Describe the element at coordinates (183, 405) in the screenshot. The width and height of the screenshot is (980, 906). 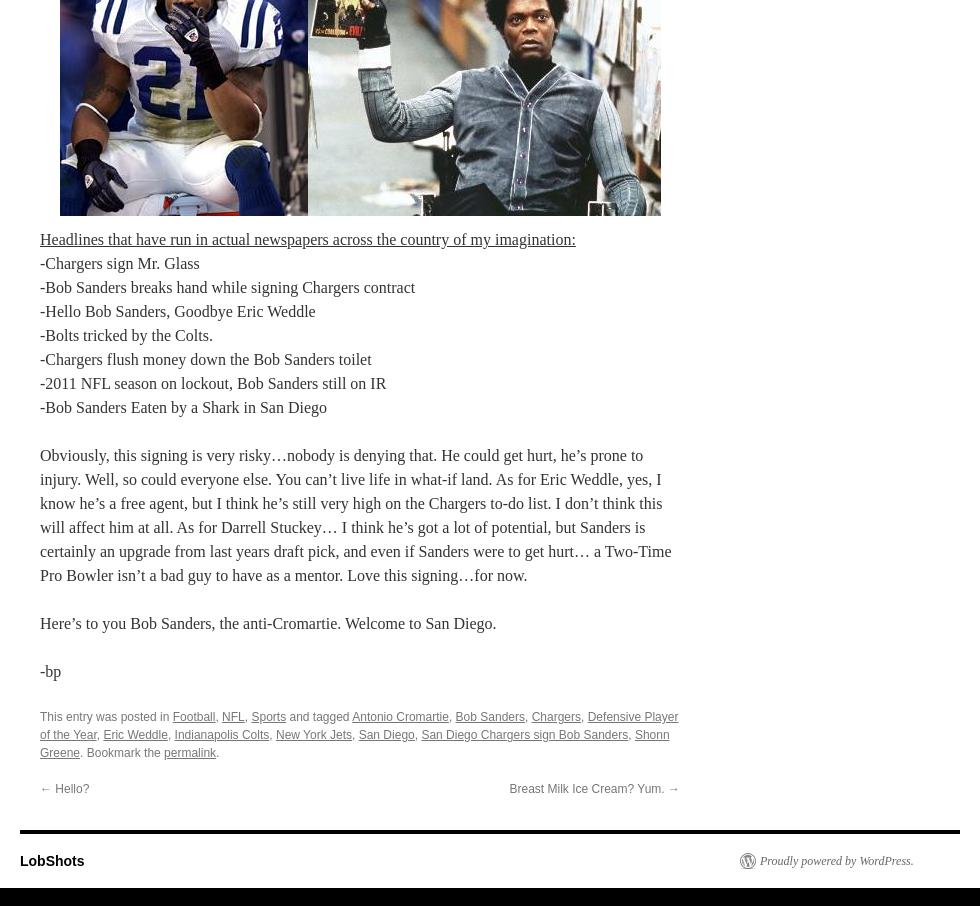
I see `'-Bob Sanders Eaten by a Shark in San Diego'` at that location.